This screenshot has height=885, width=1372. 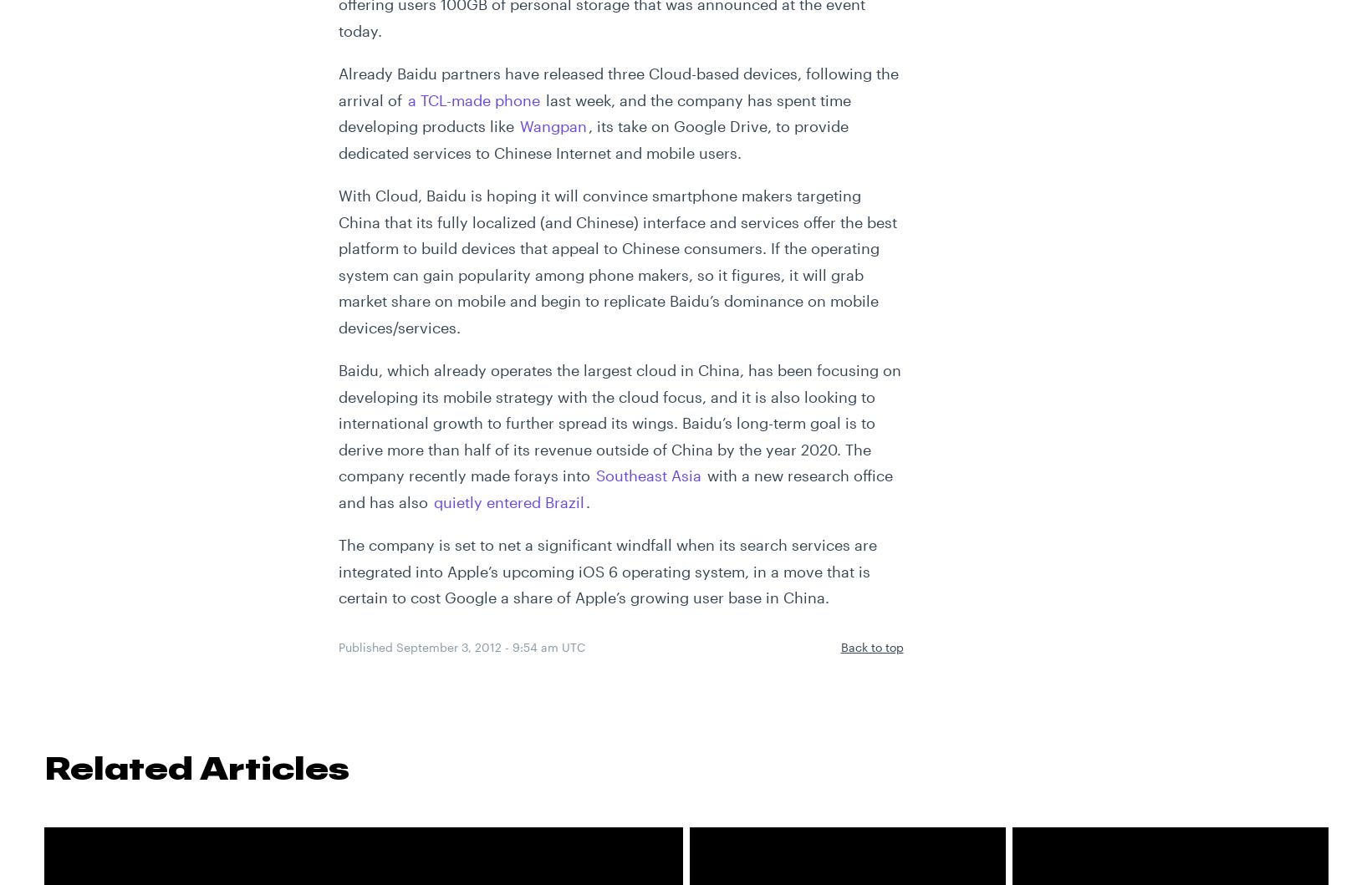 What do you see at coordinates (489, 645) in the screenshot?
I see `'September 3, 2012 - 9:54 am UTC'` at bounding box center [489, 645].